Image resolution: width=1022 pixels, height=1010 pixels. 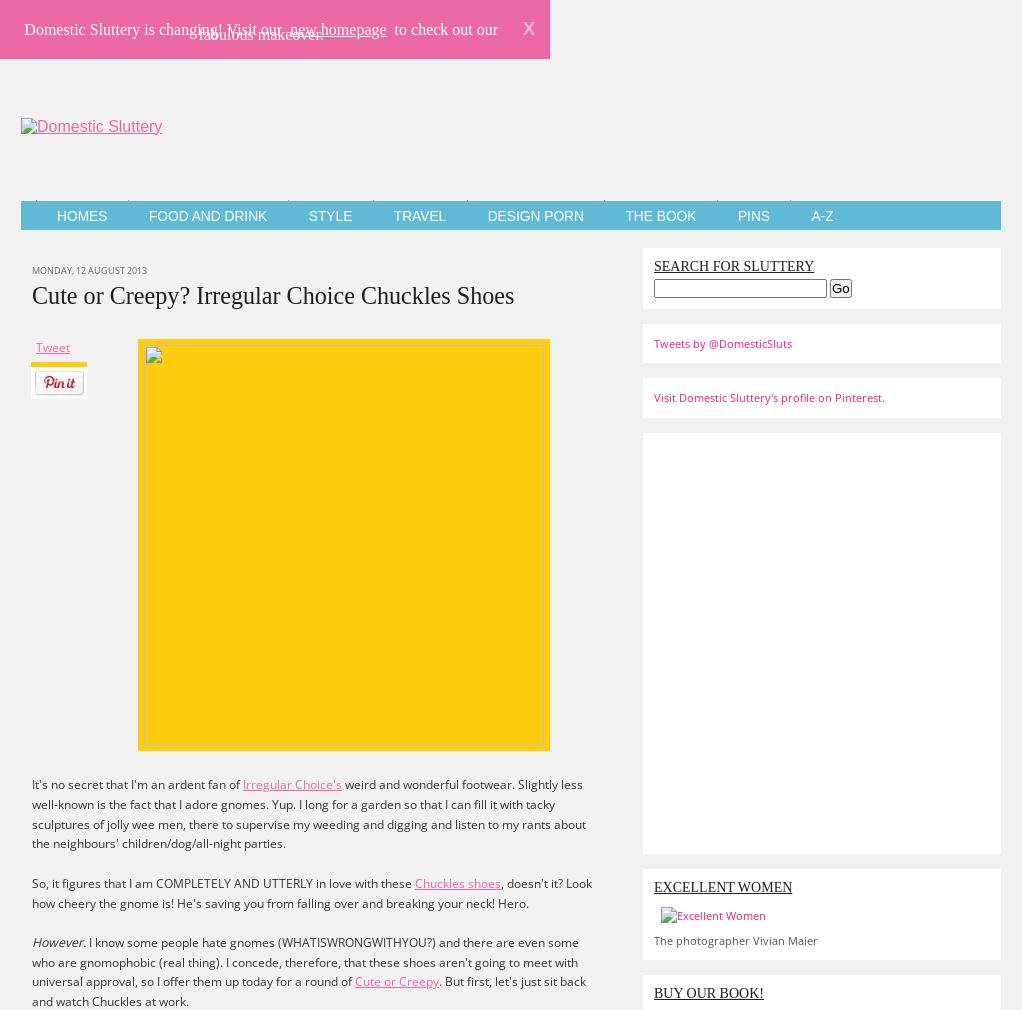 What do you see at coordinates (527, 27) in the screenshot?
I see `'X'` at bounding box center [527, 27].